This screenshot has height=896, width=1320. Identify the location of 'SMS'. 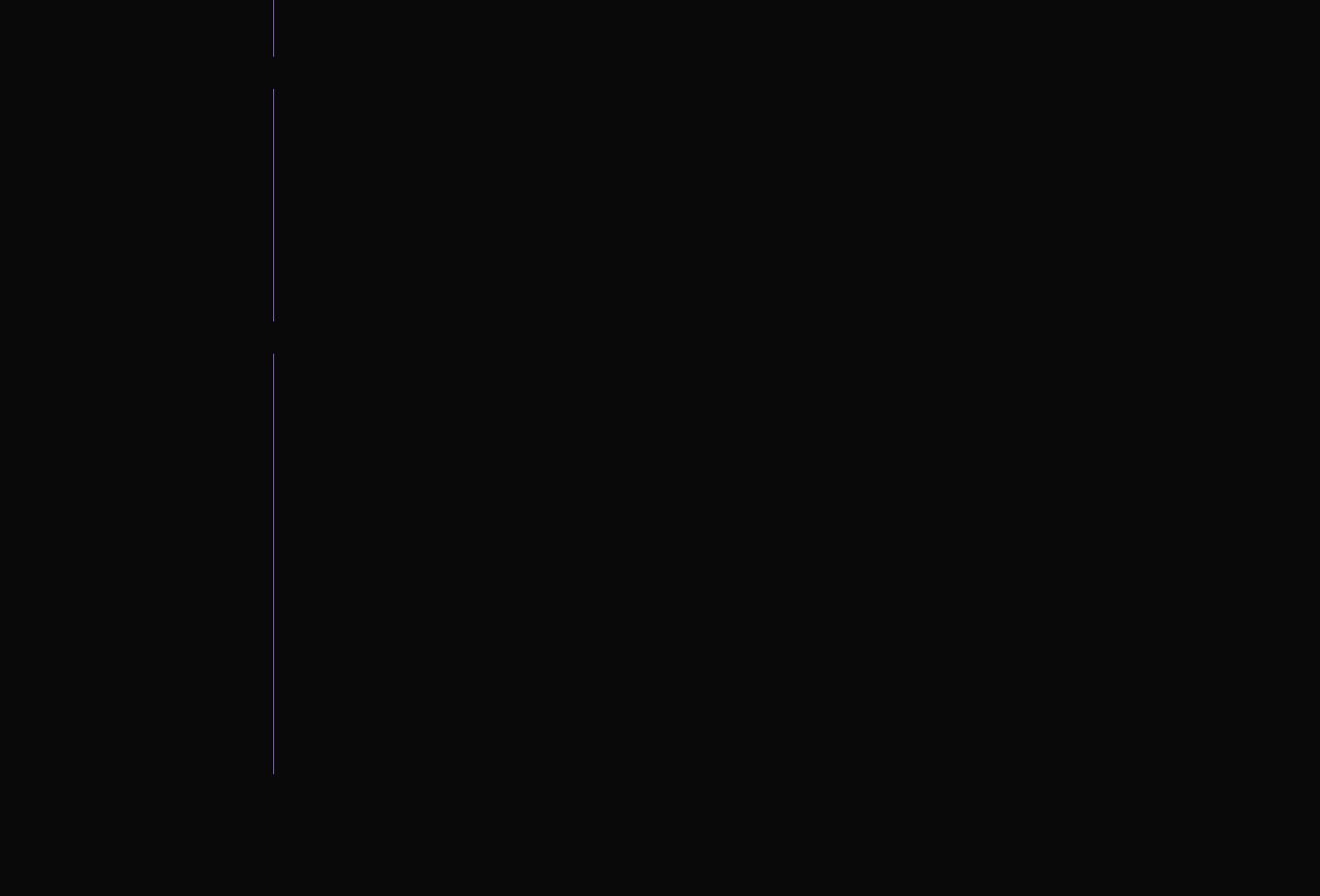
(874, 597).